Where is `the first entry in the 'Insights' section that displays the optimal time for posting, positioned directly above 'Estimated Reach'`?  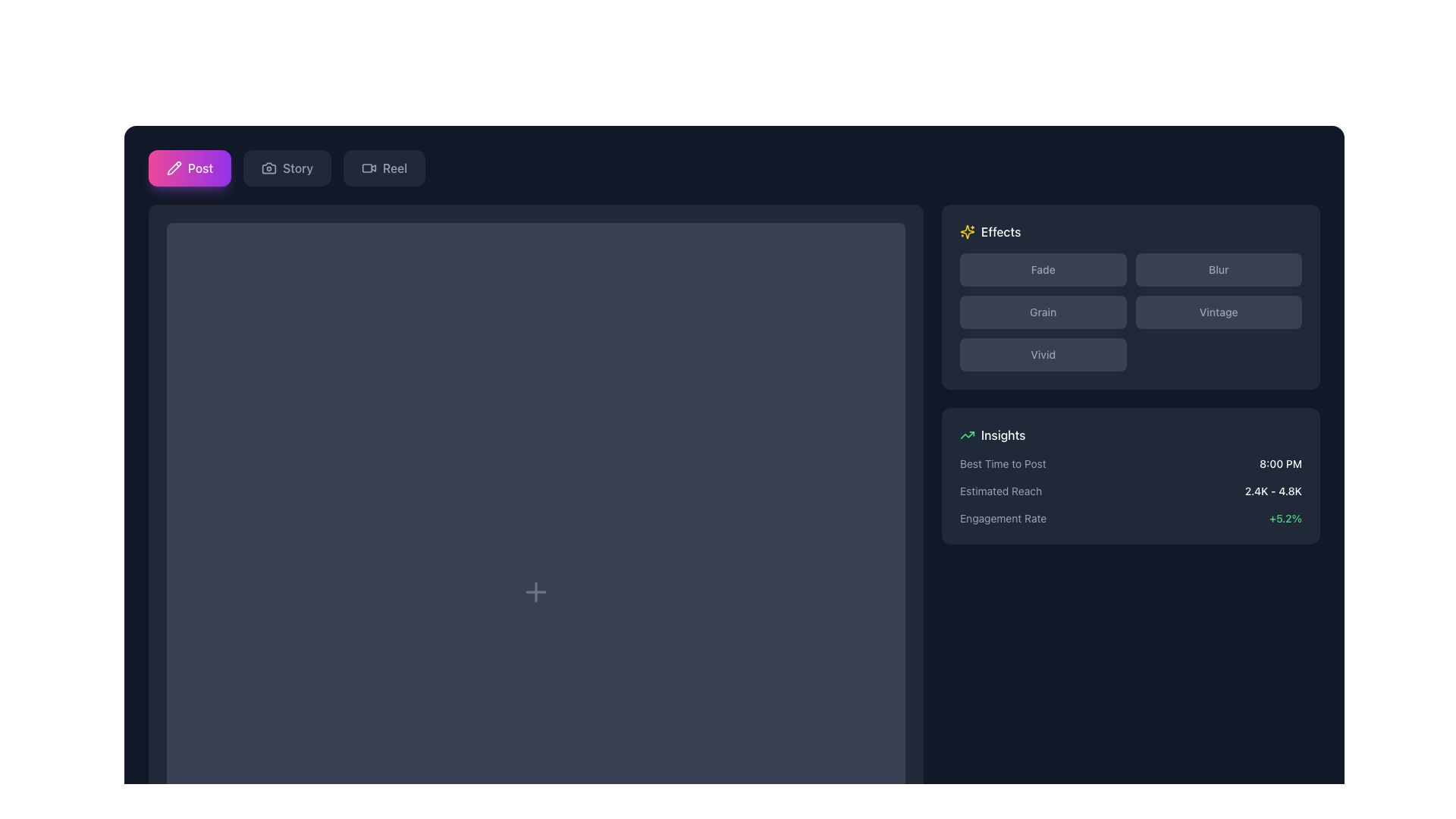 the first entry in the 'Insights' section that displays the optimal time for posting, positioned directly above 'Estimated Reach' is located at coordinates (1131, 463).